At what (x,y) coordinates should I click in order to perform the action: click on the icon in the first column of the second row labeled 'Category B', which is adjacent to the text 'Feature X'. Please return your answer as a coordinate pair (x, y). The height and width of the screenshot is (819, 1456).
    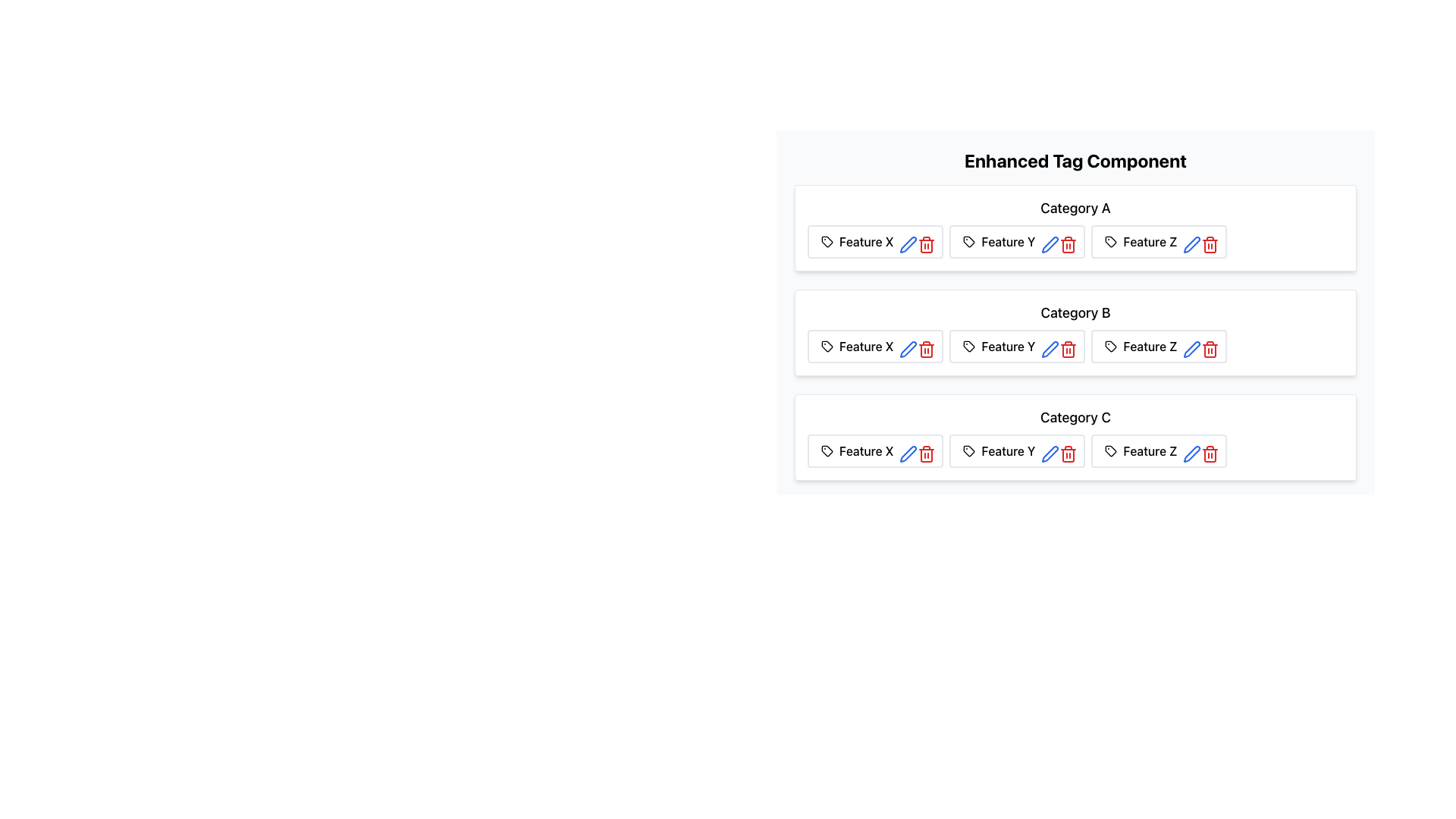
    Looking at the image, I should click on (826, 346).